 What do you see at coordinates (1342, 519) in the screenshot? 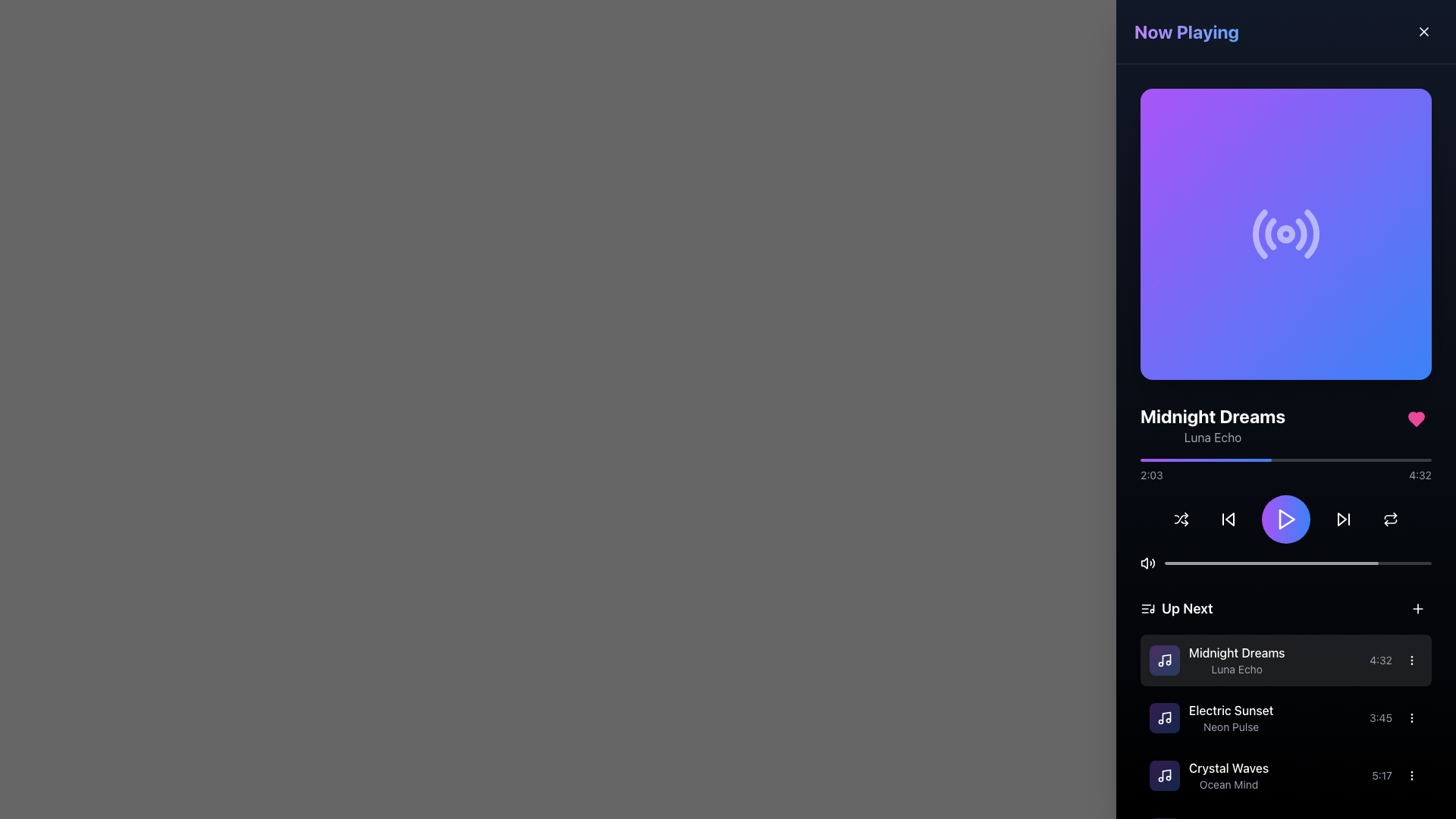
I see `the triangular play/skip-forward button with a black outline located below the track progress bar in the music player interface` at bounding box center [1342, 519].